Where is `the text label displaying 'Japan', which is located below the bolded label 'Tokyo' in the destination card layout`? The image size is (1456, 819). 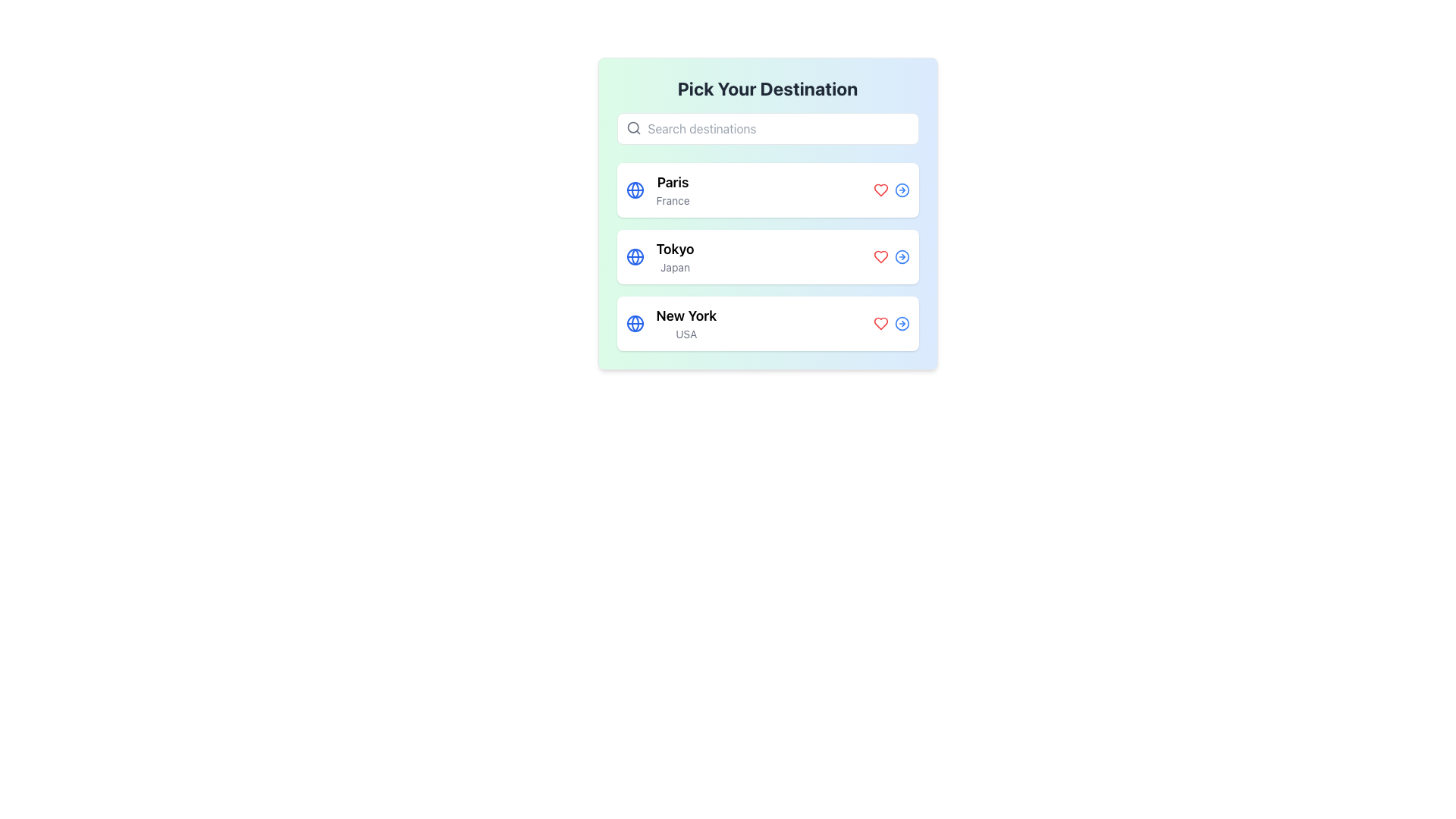
the text label displaying 'Japan', which is located below the bolded label 'Tokyo' in the destination card layout is located at coordinates (674, 267).